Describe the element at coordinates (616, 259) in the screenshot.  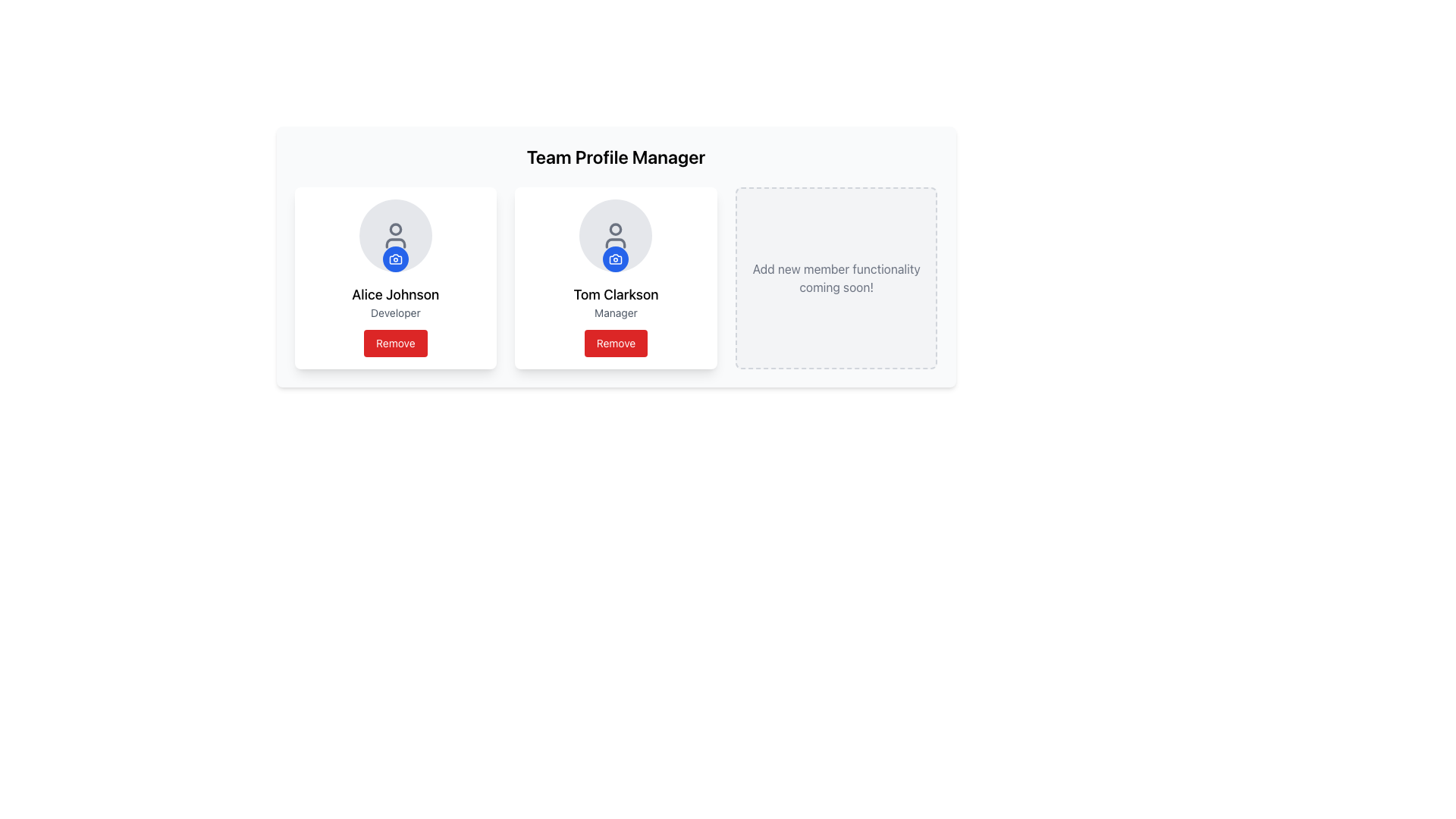
I see `the profile picture icon representing Tom Clarkson within the Team Profile Manager section of the profile card` at that location.